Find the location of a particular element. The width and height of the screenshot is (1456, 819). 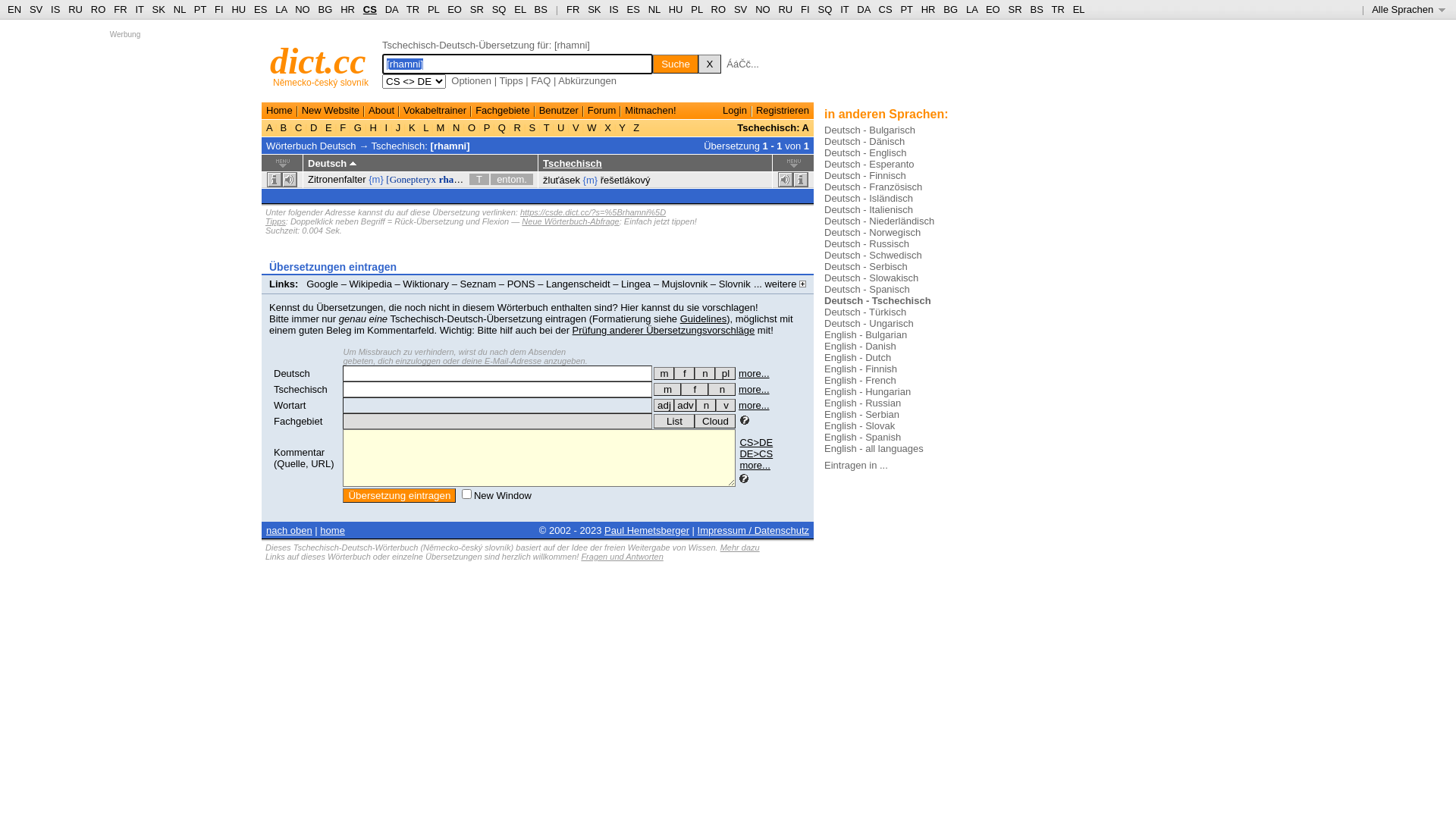

'BS' is located at coordinates (1035, 9).